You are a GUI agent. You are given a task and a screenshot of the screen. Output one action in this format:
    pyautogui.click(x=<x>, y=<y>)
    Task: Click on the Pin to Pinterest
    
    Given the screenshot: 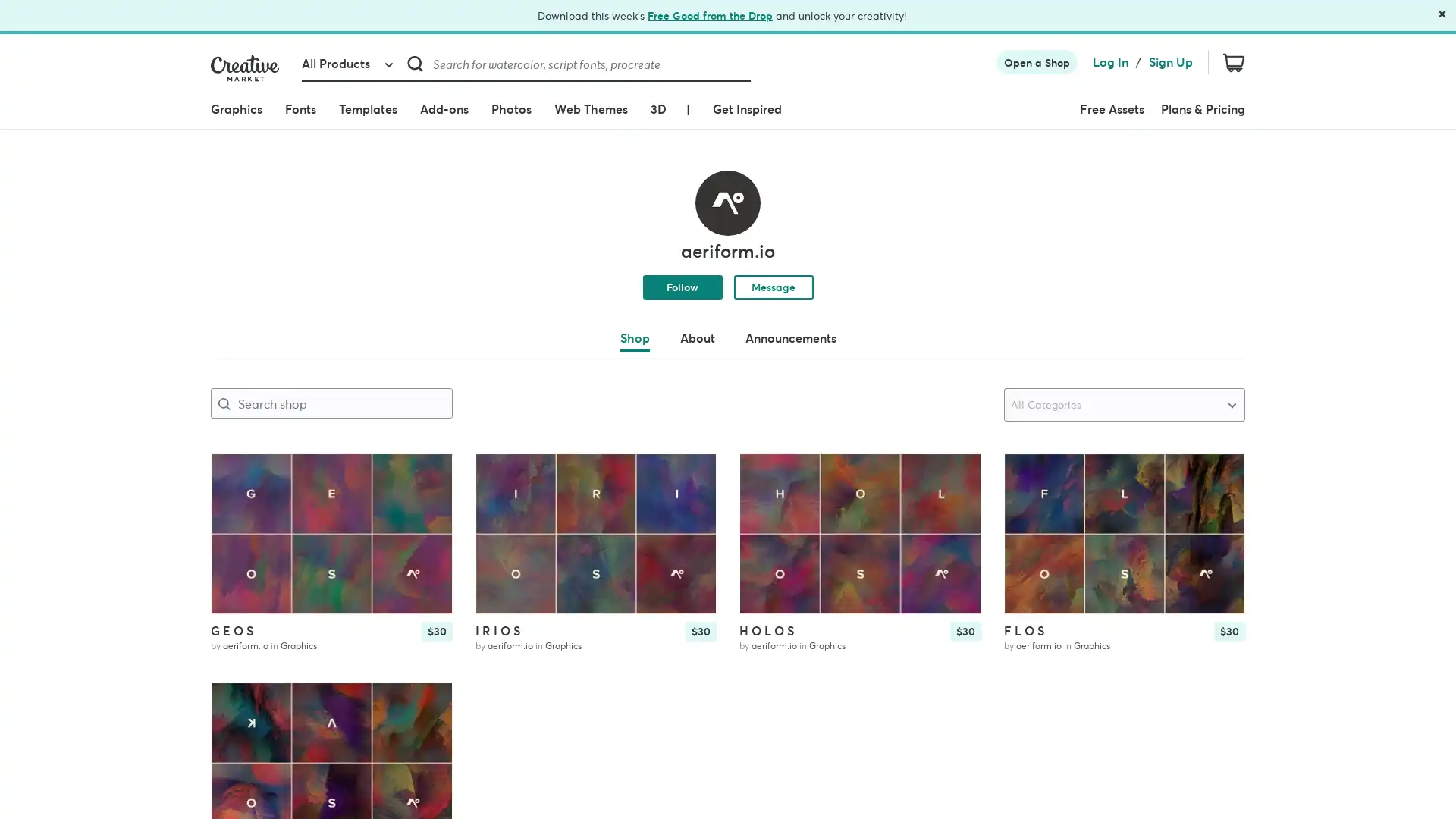 What is the action you would take?
    pyautogui.click(x=1028, y=478)
    